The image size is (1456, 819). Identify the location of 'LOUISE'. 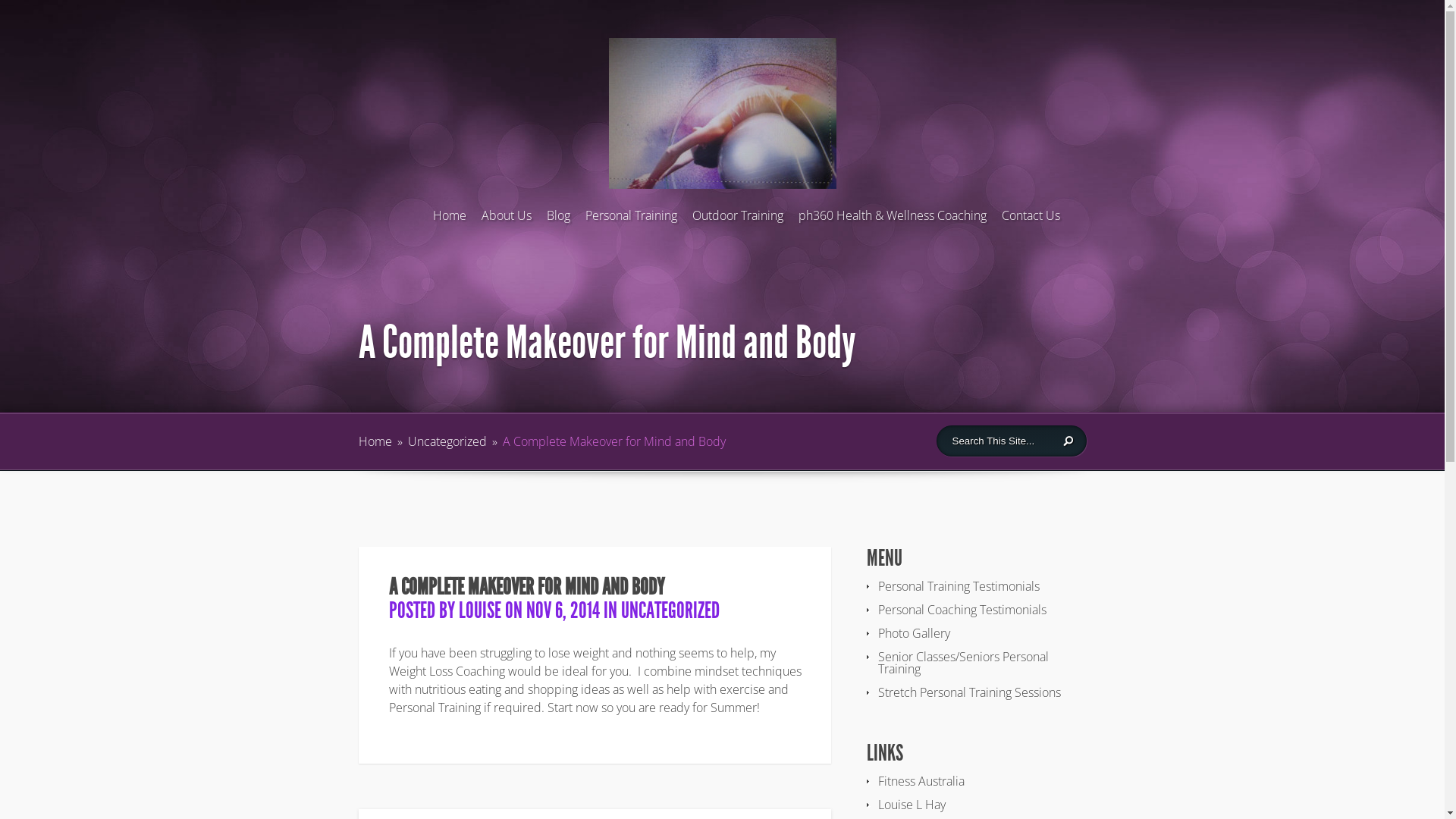
(479, 610).